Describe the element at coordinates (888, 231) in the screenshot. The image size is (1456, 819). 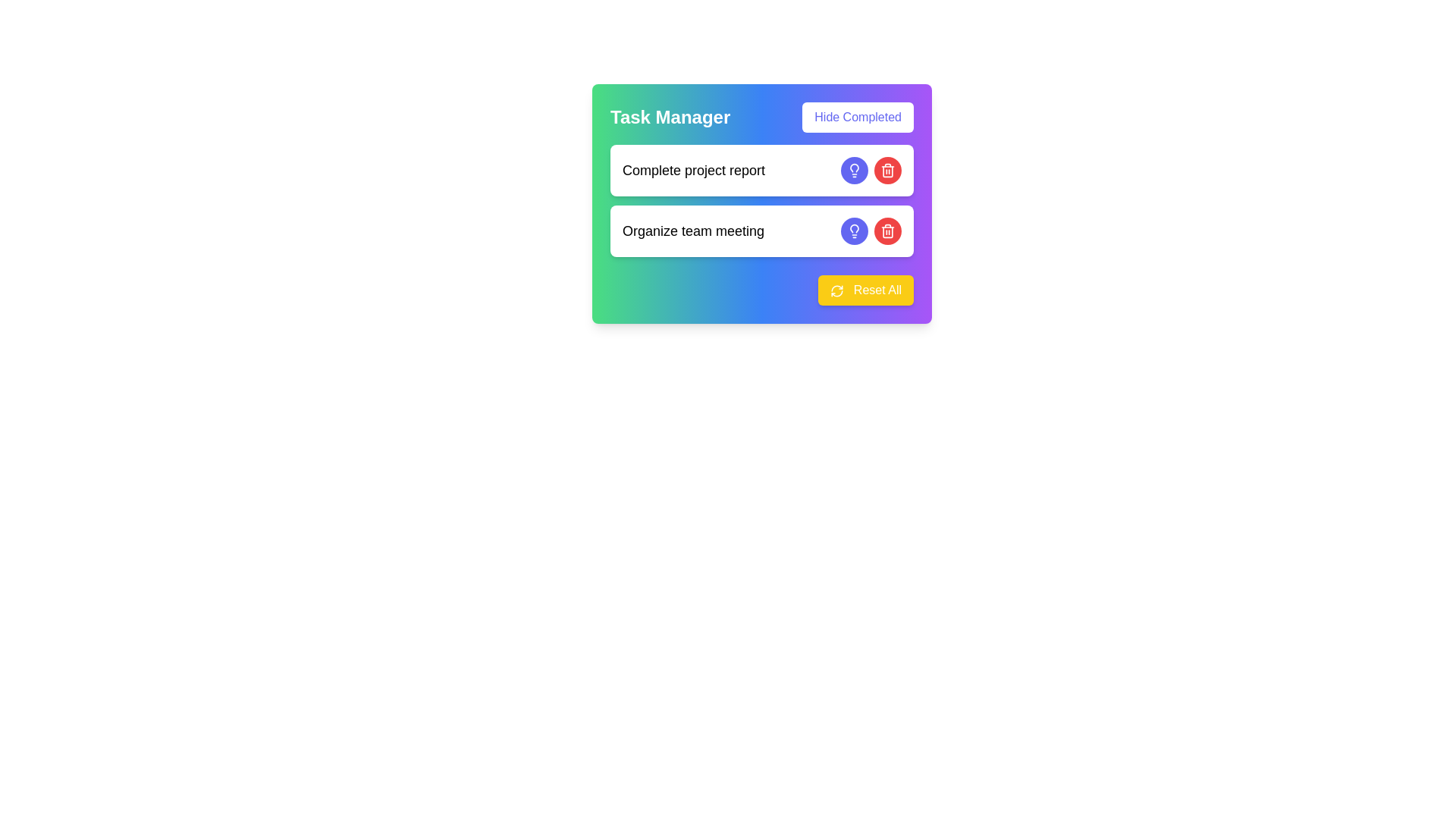
I see `the circular red delete button with a white trash can icon located at the far right of the second task entry` at that location.